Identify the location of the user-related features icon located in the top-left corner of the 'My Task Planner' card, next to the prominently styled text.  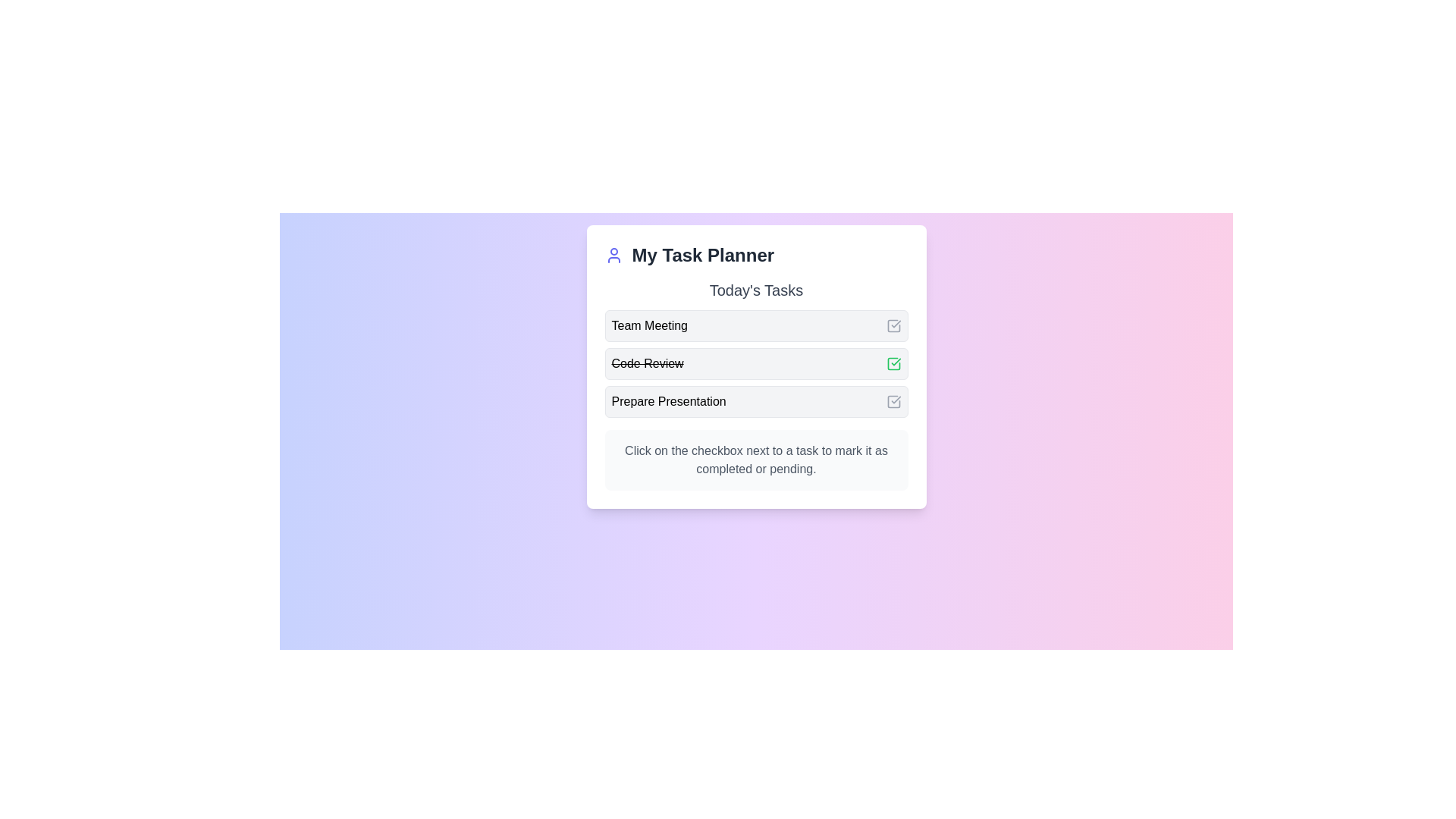
(613, 254).